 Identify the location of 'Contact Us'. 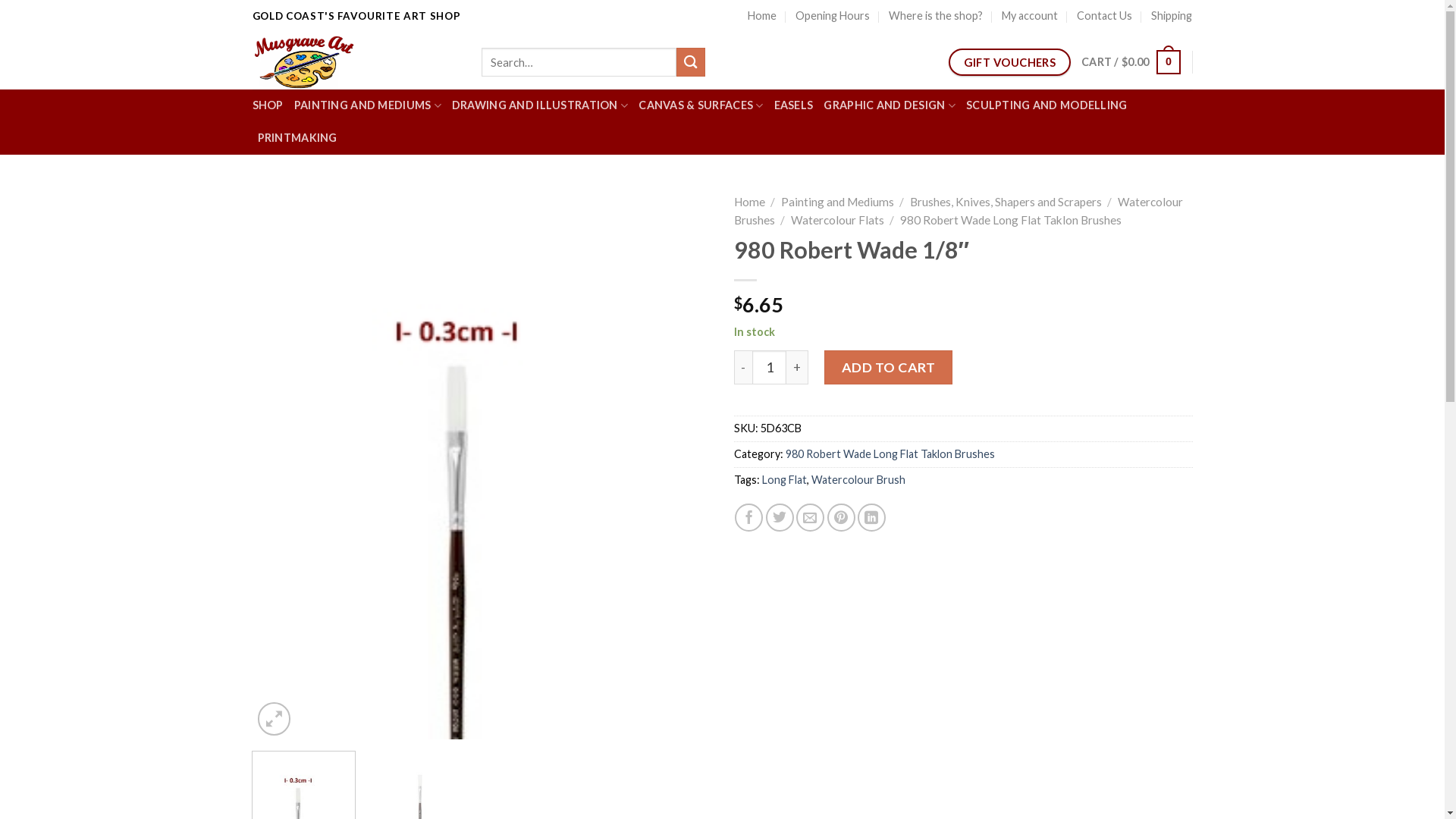
(1076, 16).